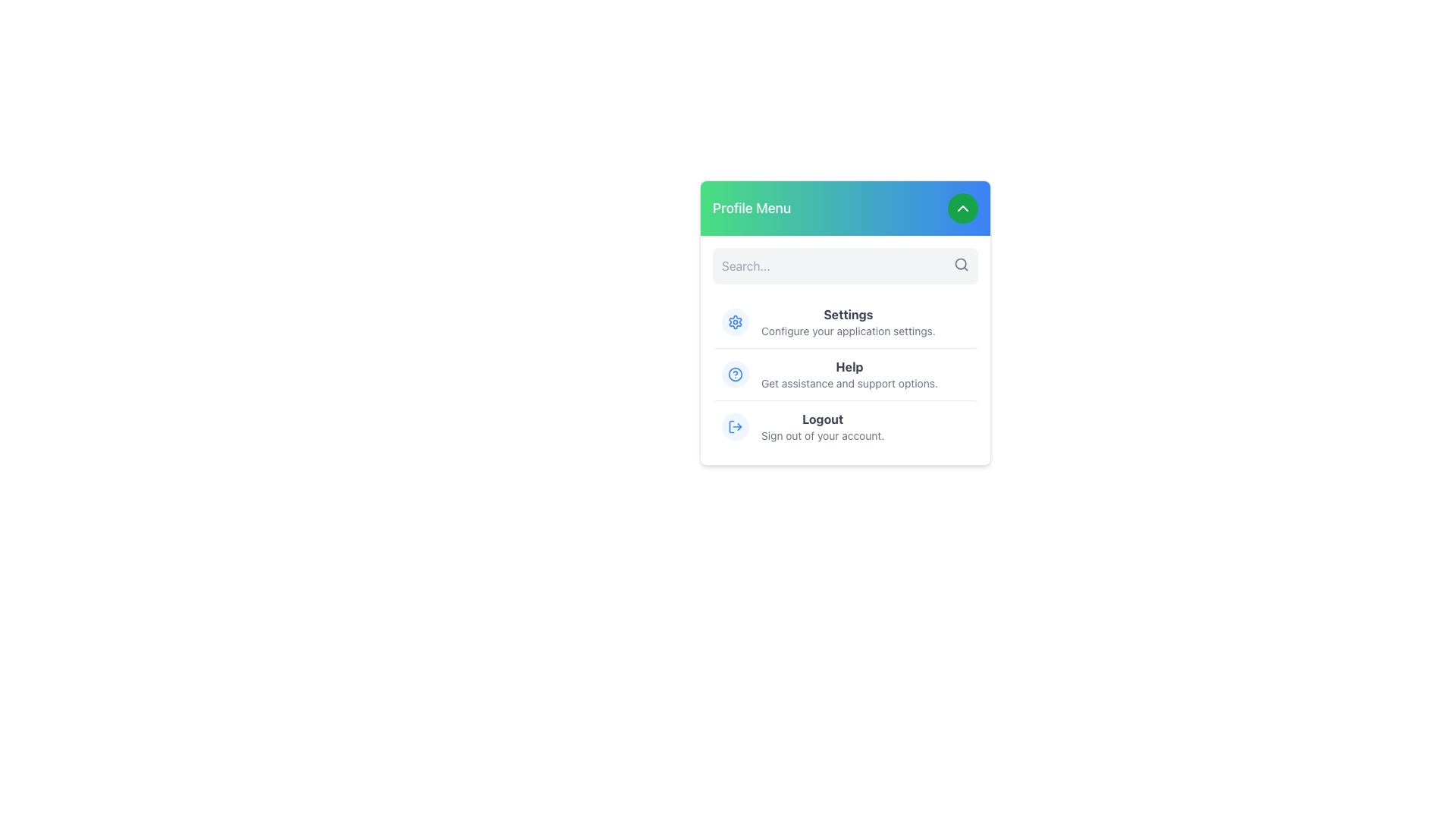 This screenshot has height=819, width=1456. What do you see at coordinates (849, 366) in the screenshot?
I see `the 'Help' text label in bold gray font, which is the second item in the dropdown menu under 'Profile Menu'` at bounding box center [849, 366].